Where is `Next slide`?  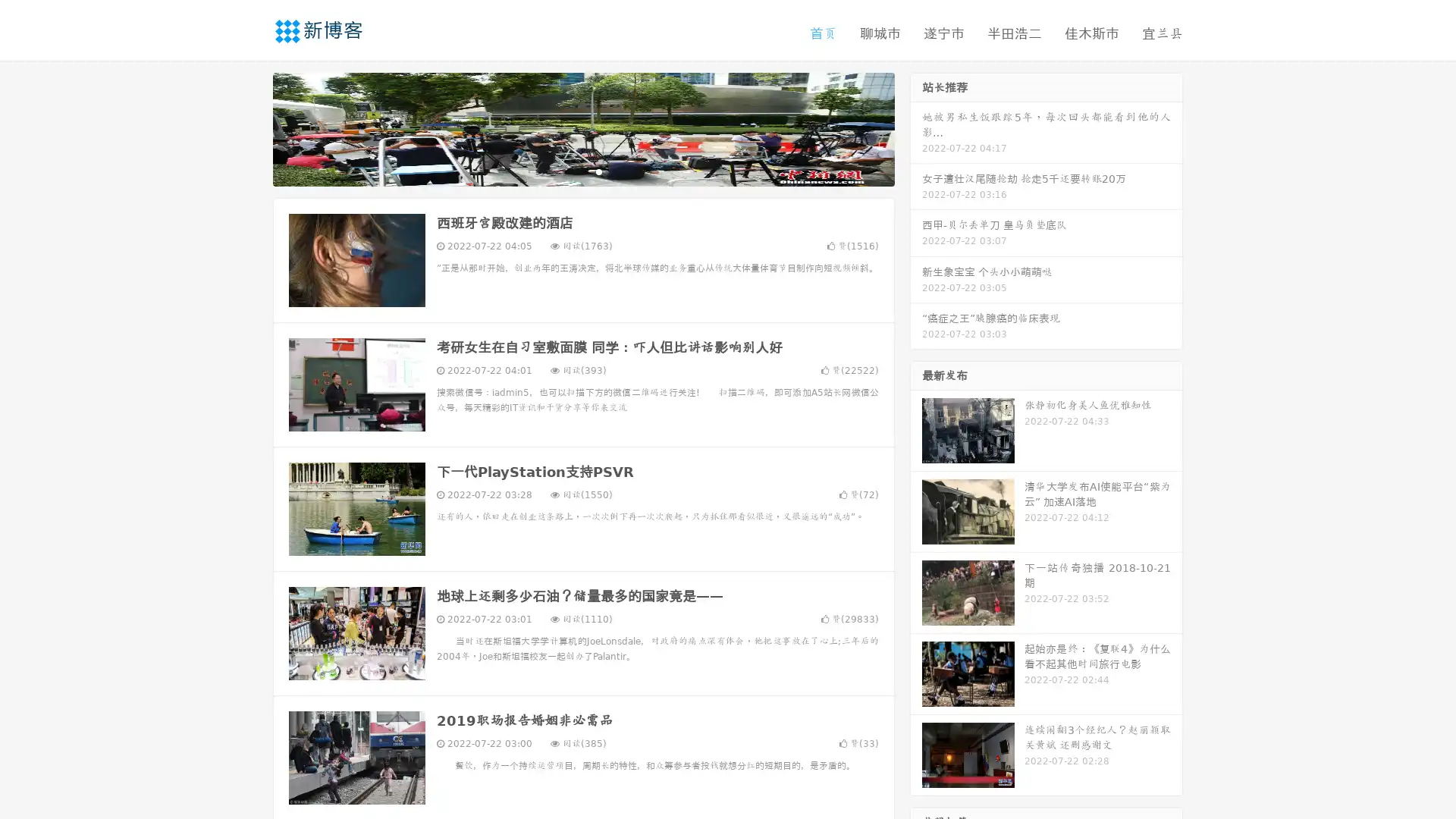
Next slide is located at coordinates (916, 127).